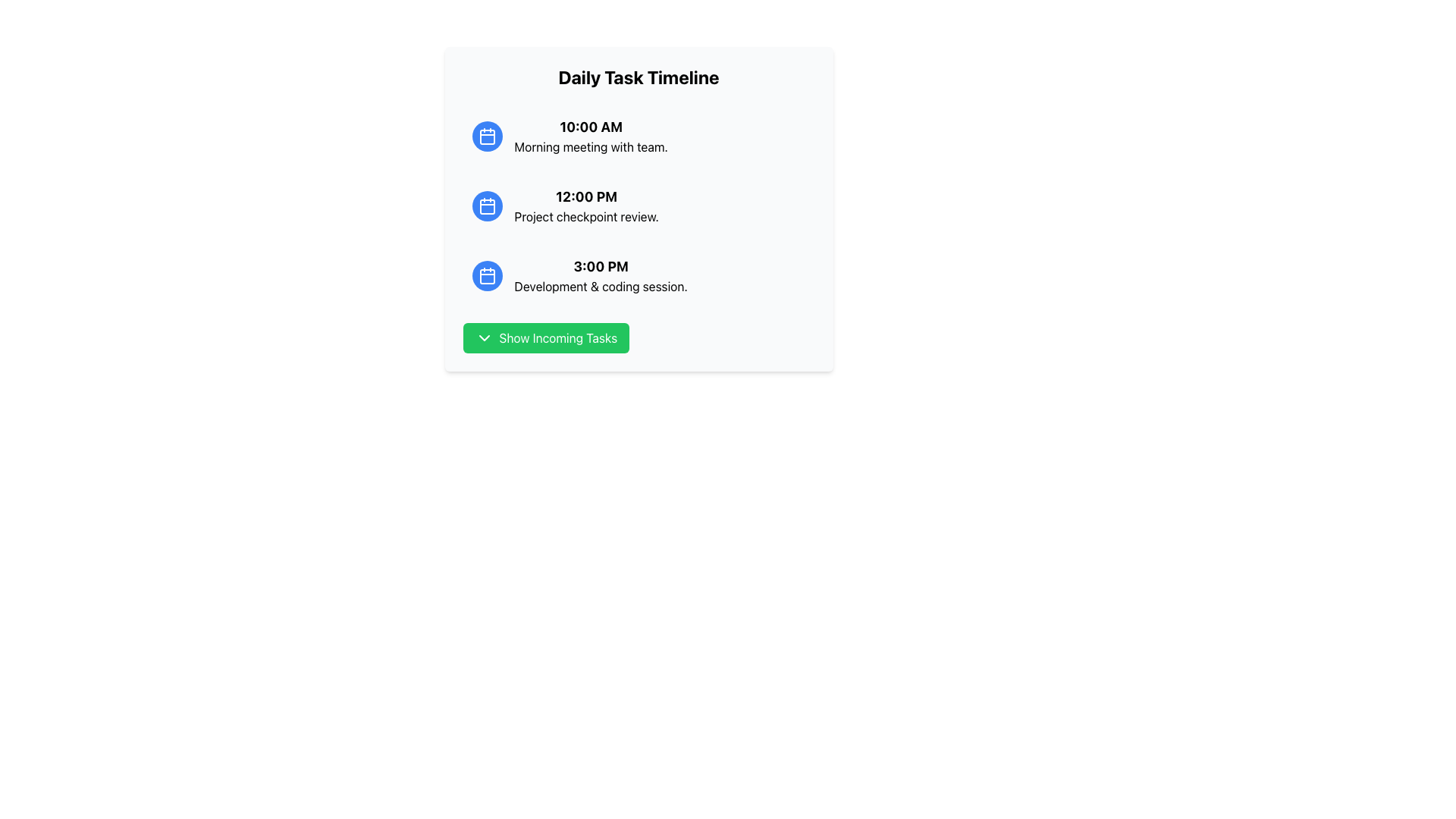 This screenshot has height=819, width=1456. I want to click on the first timestamp label in the Daily Task Timeline card, which is positioned above the 'Morning meeting with team' text and aligned with the blue icon, so click(590, 126).